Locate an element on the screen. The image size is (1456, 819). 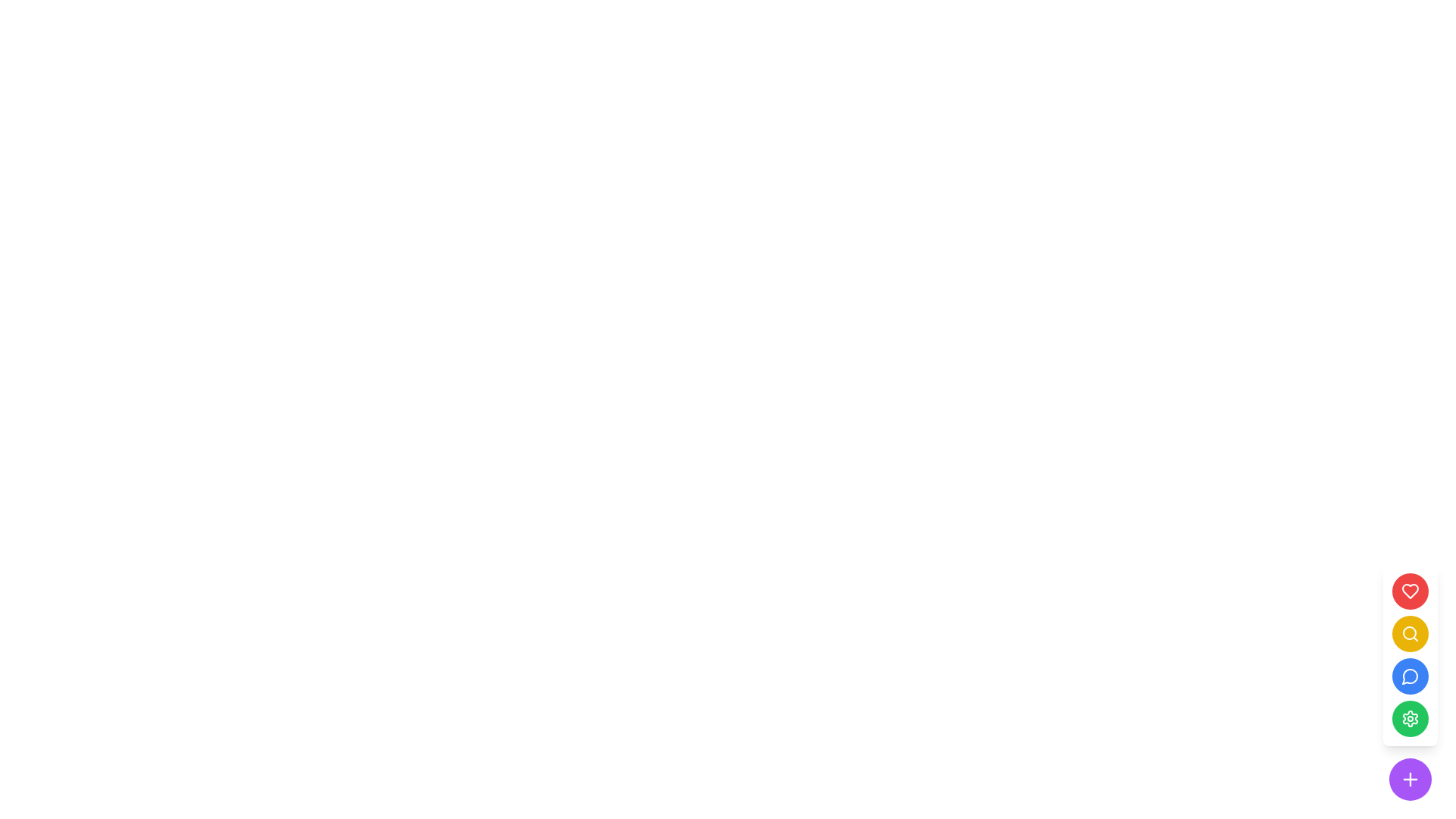
the heart icon button, which is styled with a red fill and is positioned at the top of a vertical stack of circular icons on the far right side of the interface is located at coordinates (1410, 590).